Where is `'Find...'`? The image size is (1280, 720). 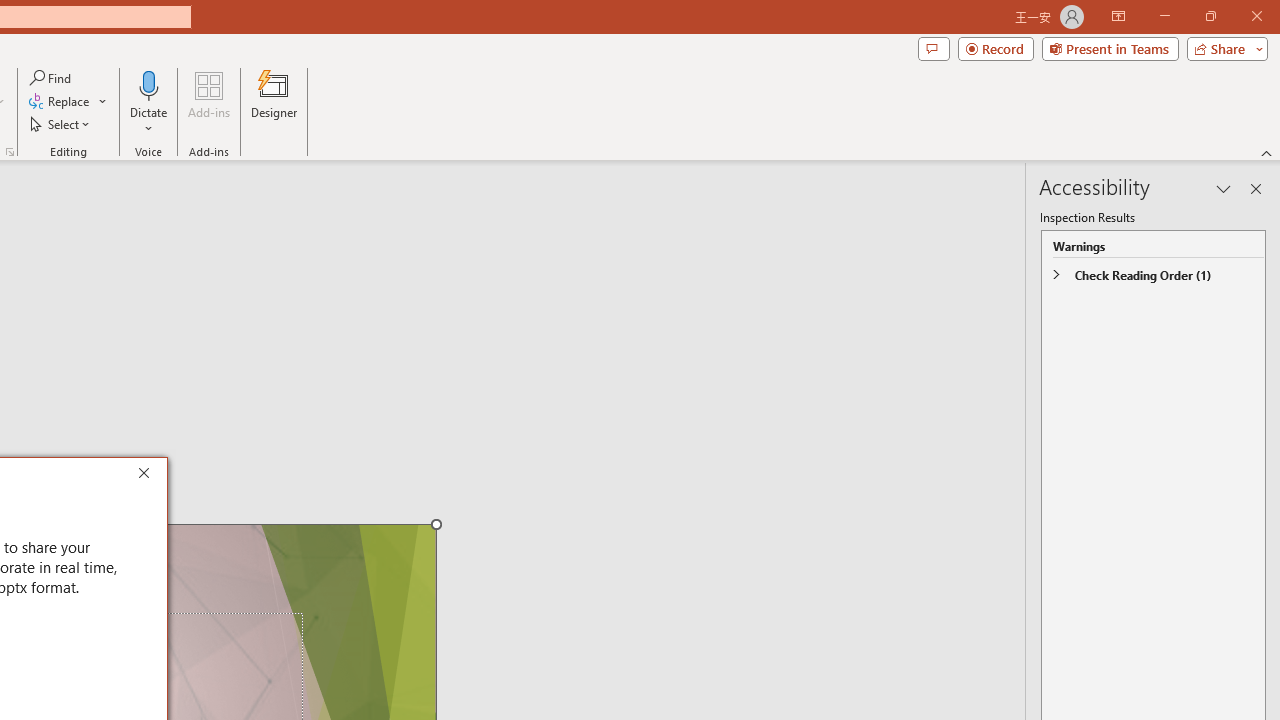 'Find...' is located at coordinates (51, 77).